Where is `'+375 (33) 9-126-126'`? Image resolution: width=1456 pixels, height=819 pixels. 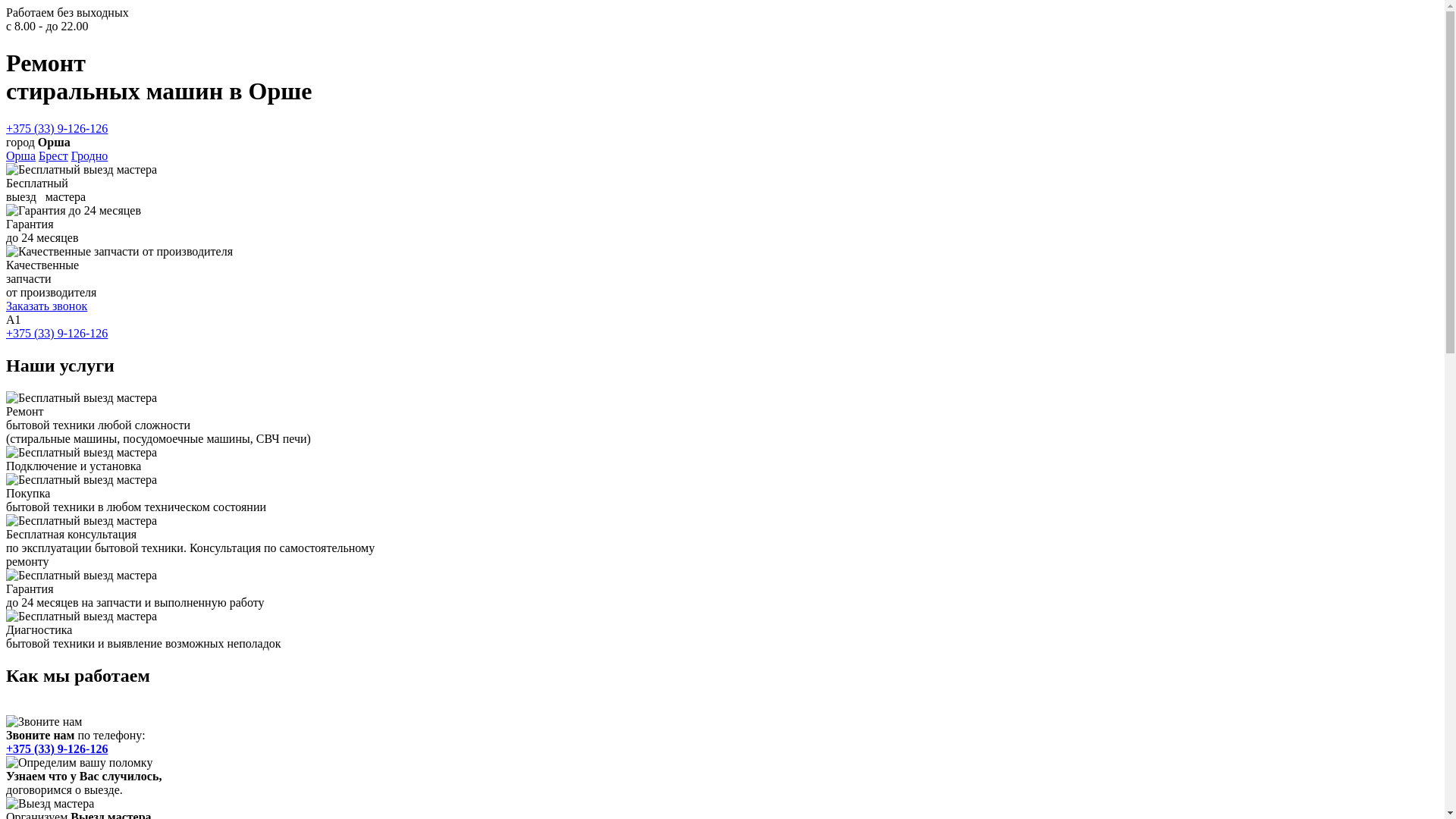
'+375 (33) 9-126-126' is located at coordinates (57, 332).